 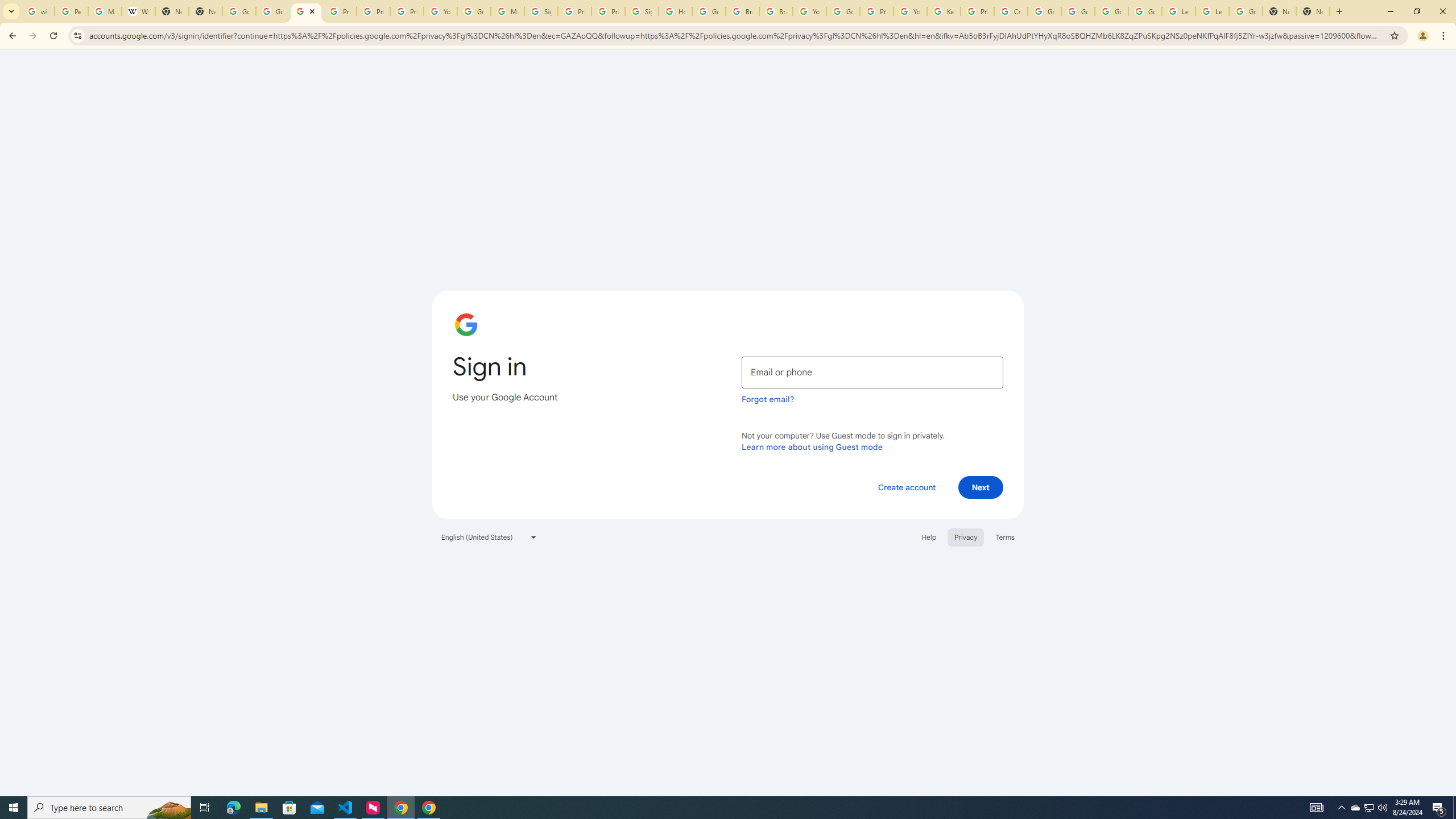 I want to click on 'New Tab', so click(x=1280, y=11).